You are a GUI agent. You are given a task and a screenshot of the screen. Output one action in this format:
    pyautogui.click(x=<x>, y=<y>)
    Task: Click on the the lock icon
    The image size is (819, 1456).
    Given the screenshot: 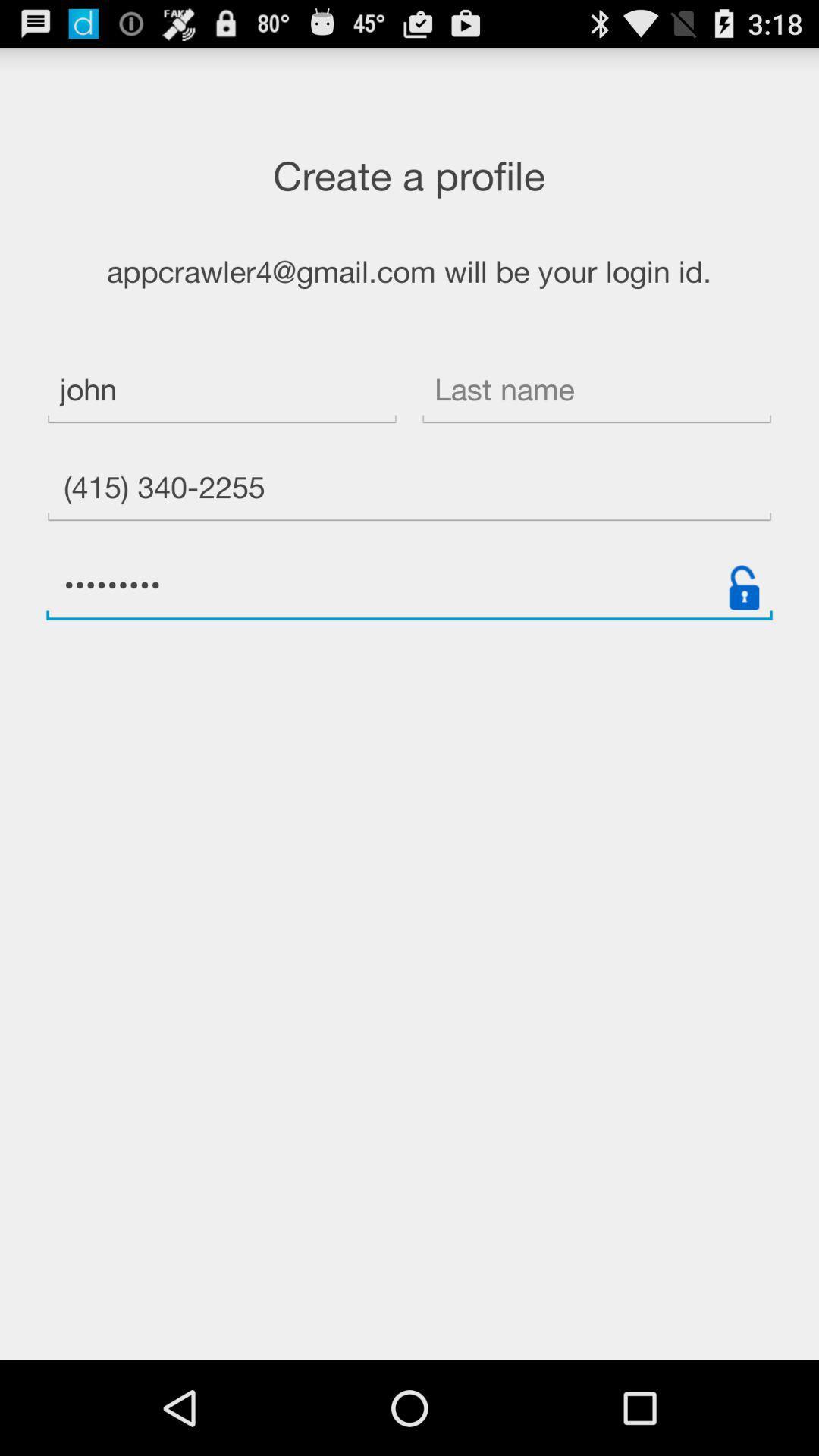 What is the action you would take?
    pyautogui.click(x=743, y=629)
    